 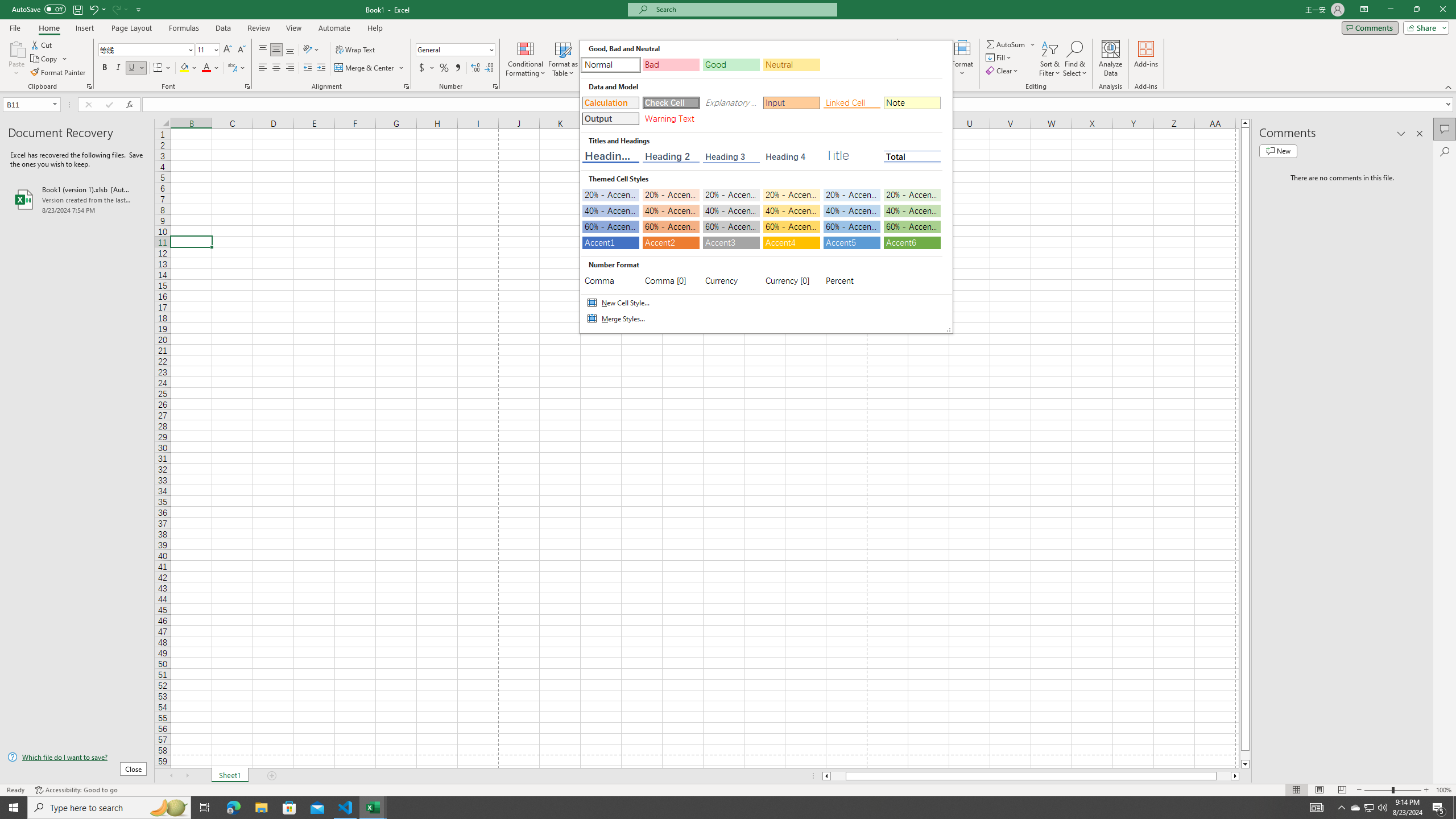 I want to click on 'Format Cell Alignment', so click(x=406, y=85).